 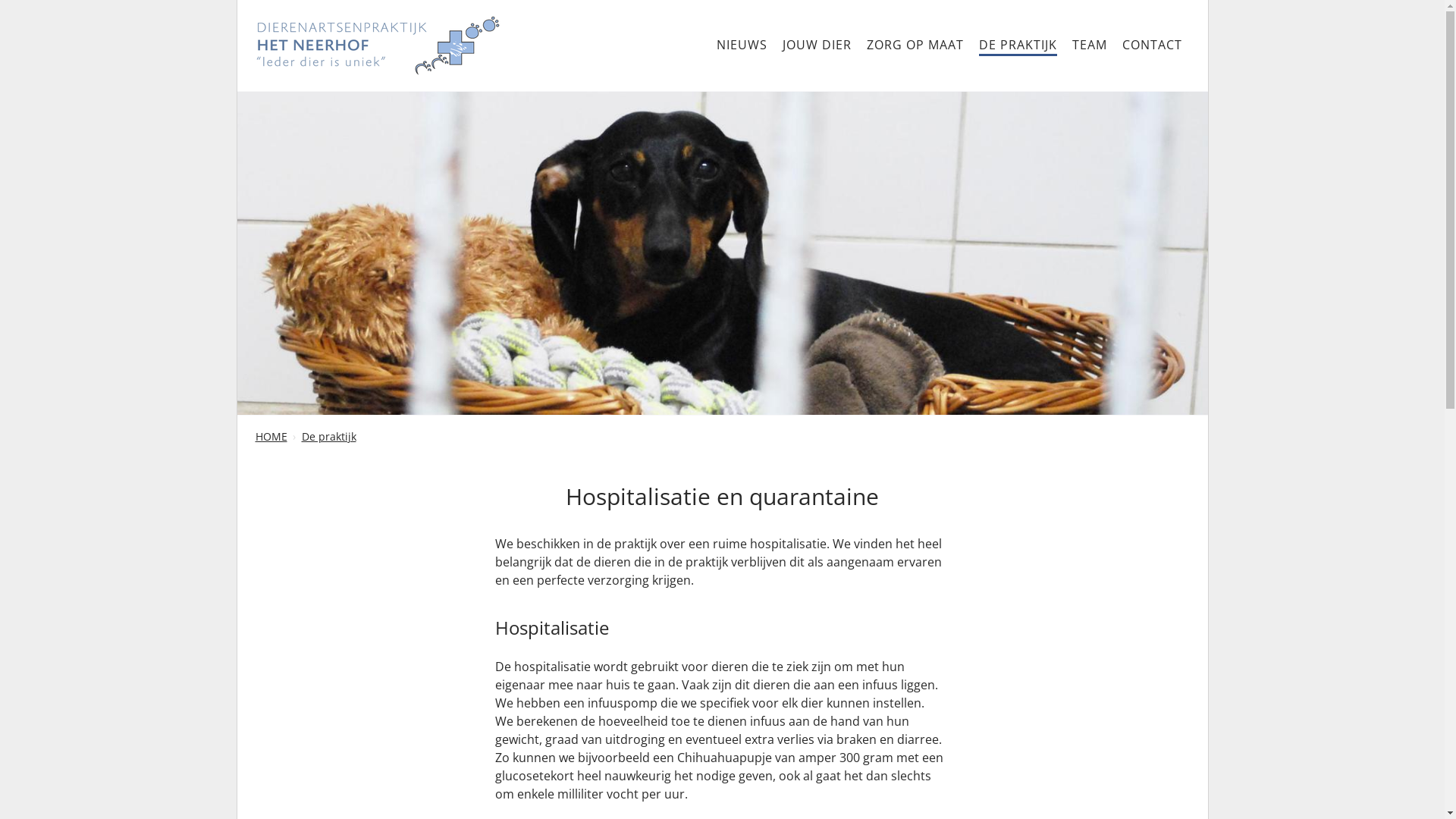 I want to click on 'DE PRAKTIJK', so click(x=1017, y=44).